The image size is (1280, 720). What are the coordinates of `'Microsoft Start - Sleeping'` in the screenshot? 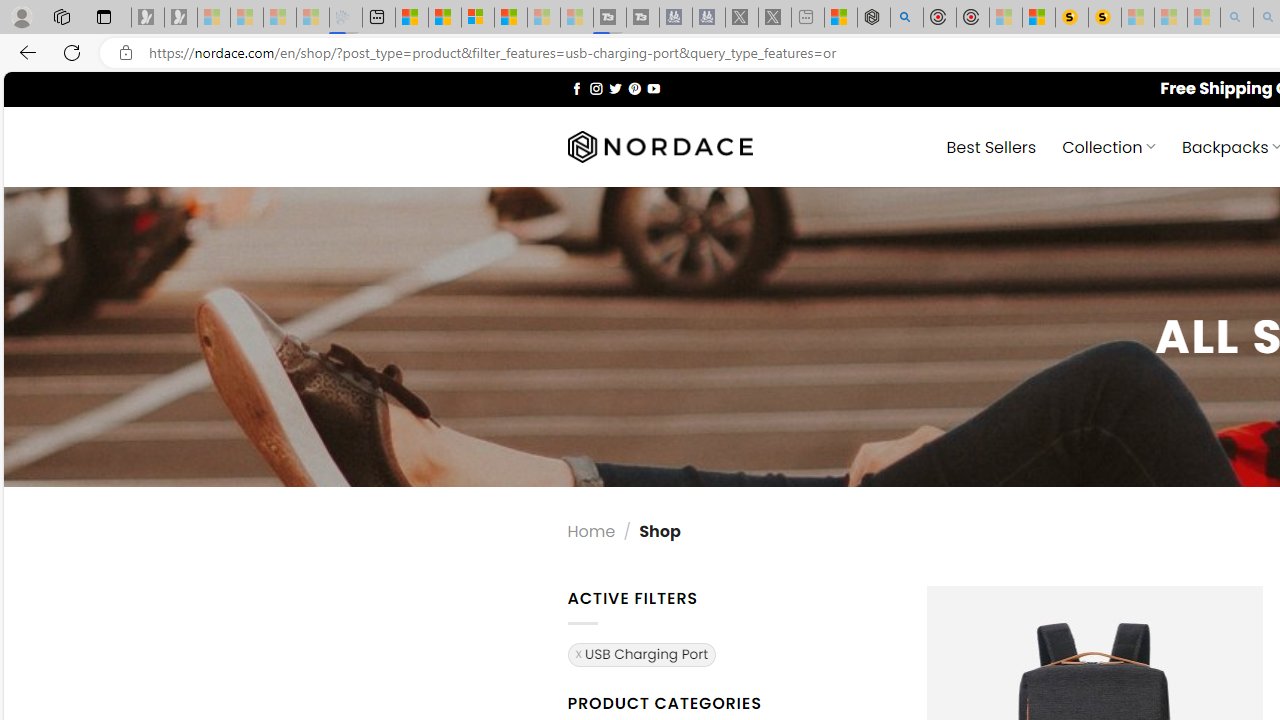 It's located at (544, 17).